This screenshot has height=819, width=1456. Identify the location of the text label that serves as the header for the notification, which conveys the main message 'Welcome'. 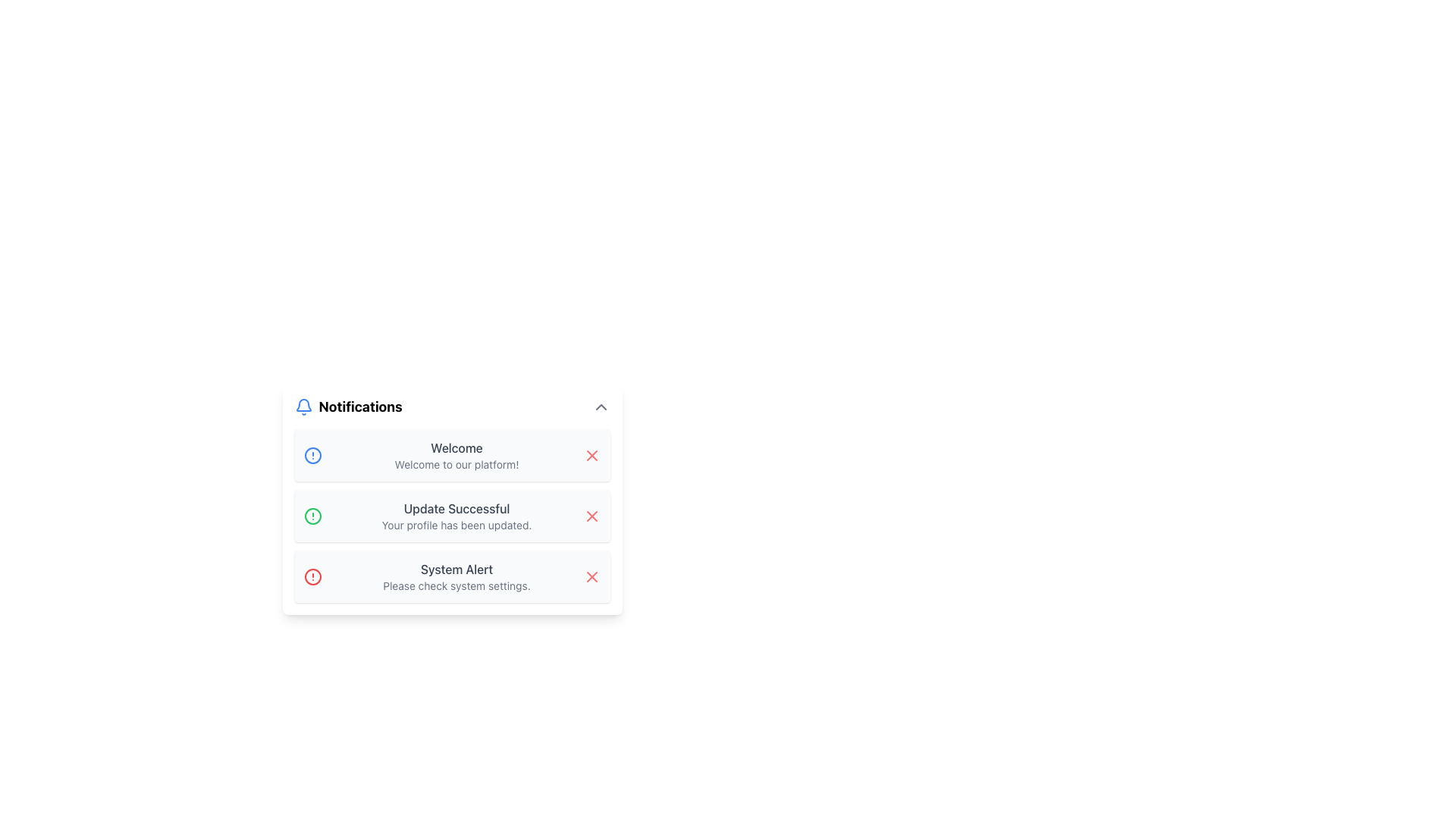
(456, 447).